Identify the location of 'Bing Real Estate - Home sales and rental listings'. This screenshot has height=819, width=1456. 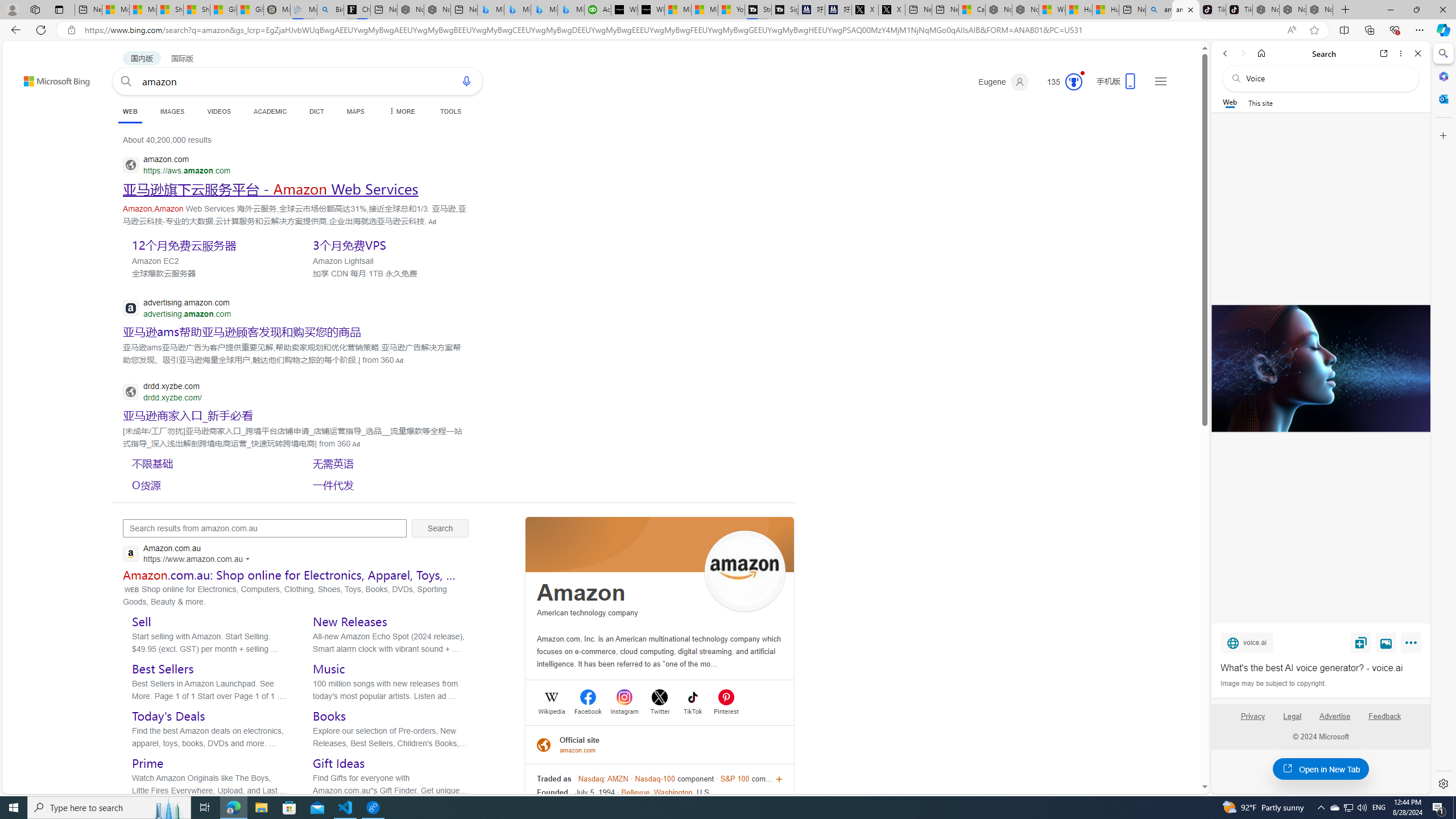
(329, 9).